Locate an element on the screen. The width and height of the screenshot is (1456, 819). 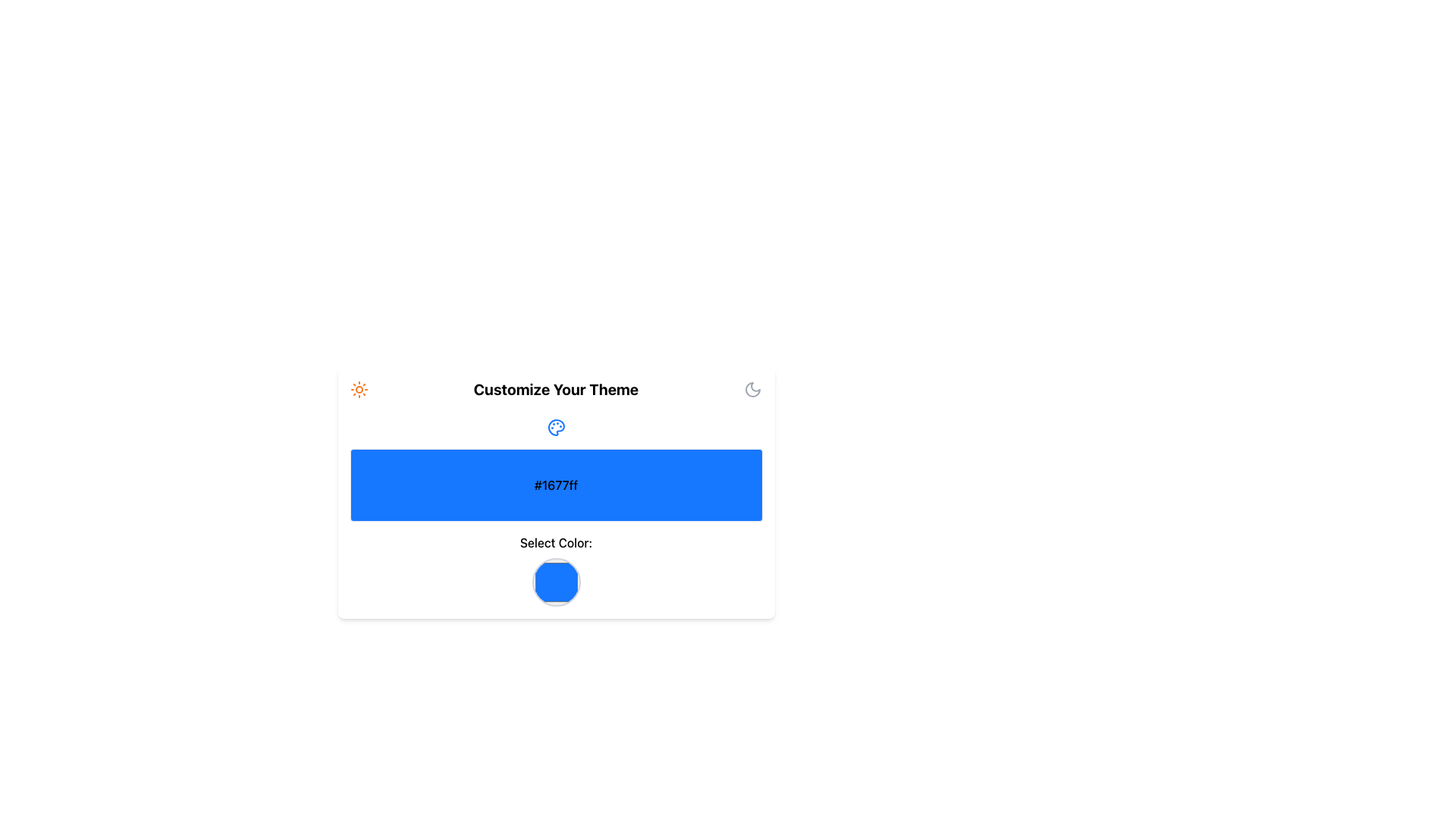
the toggle icon for switching between light and dark modes located in the top right corner of the theme customization interface, adjacent to the title 'Customize Your Theme' is located at coordinates (753, 388).